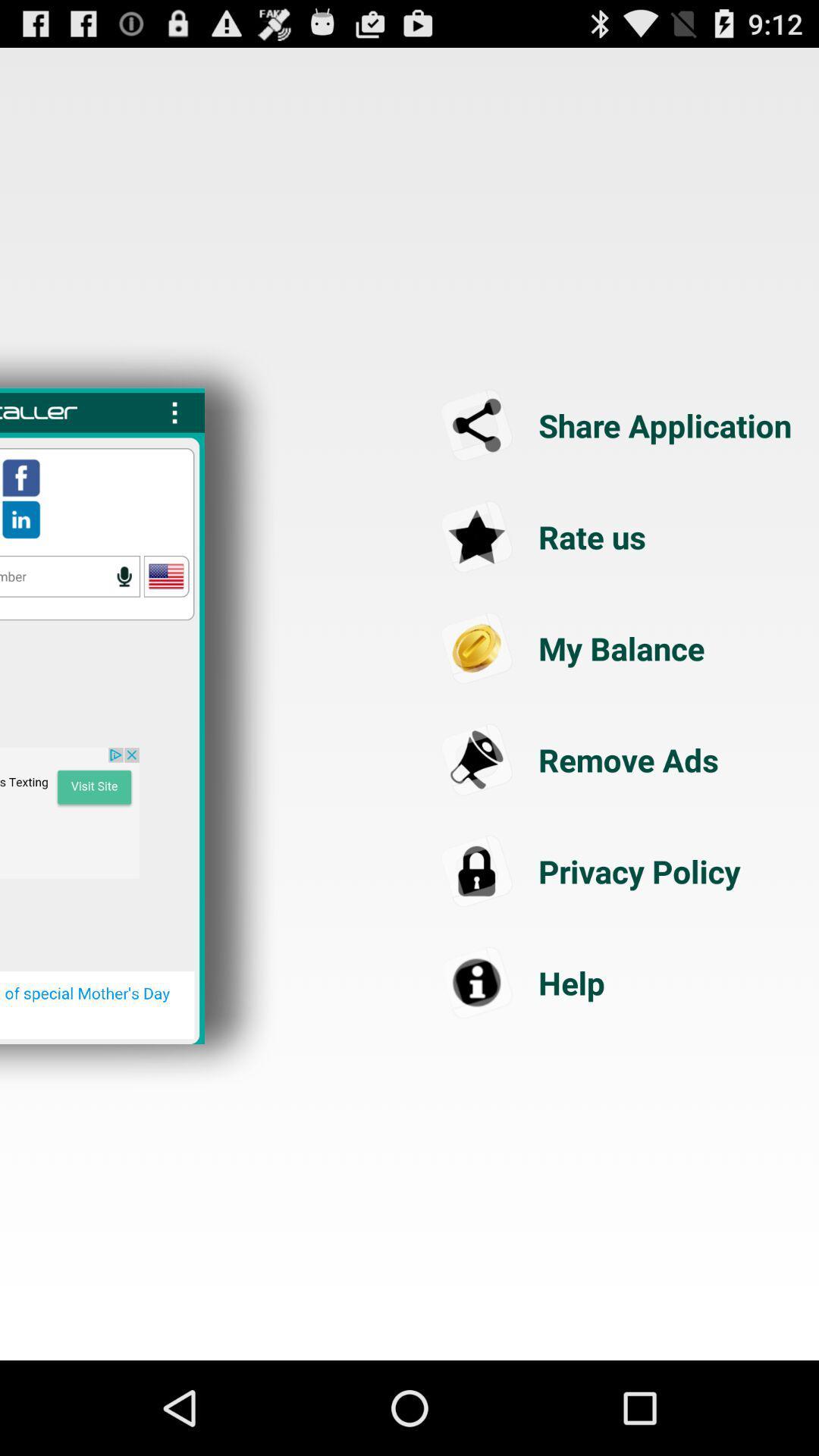  Describe the element at coordinates (166, 617) in the screenshot. I see `the national_flag icon` at that location.